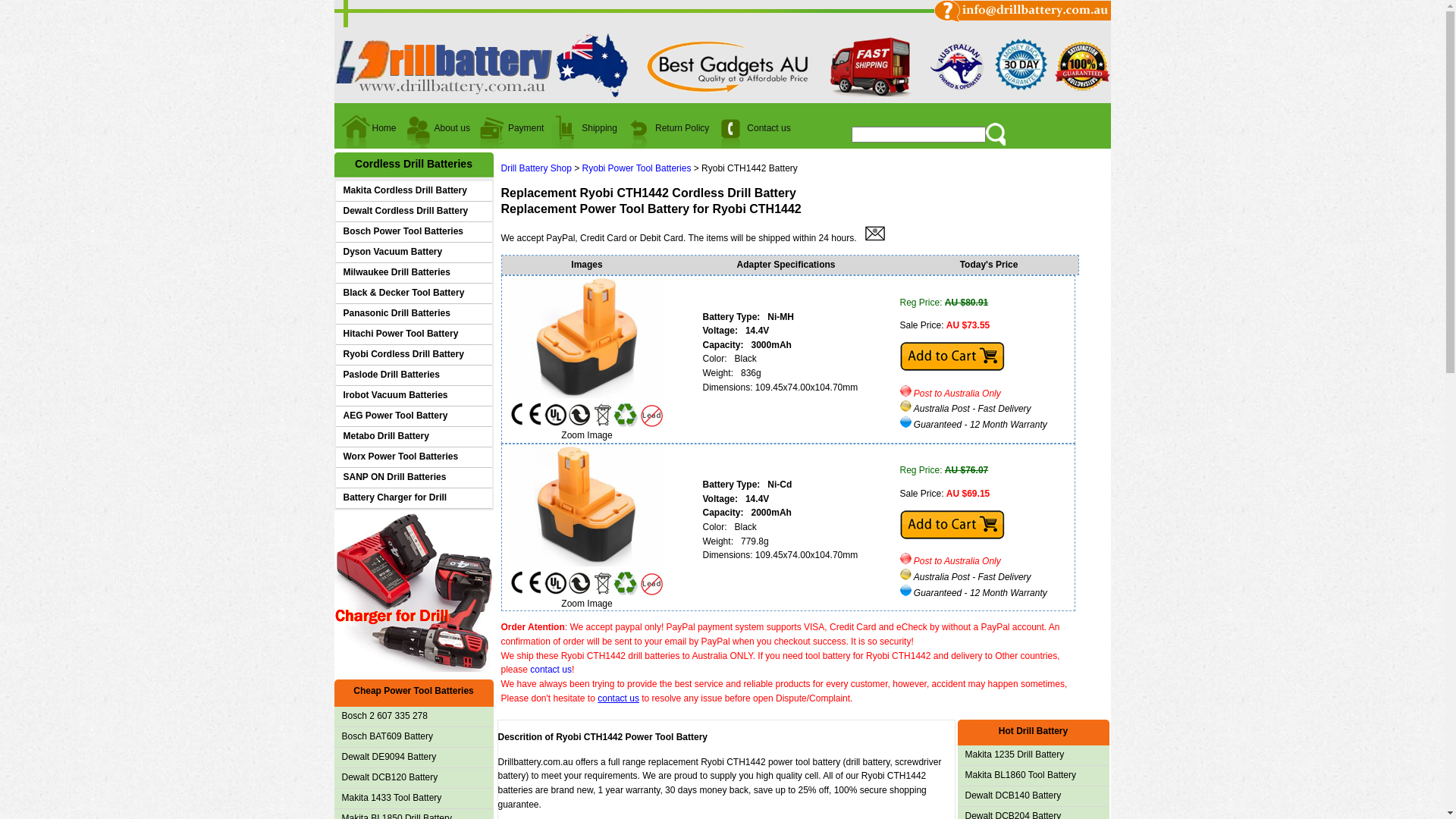 This screenshot has width=1456, height=819. What do you see at coordinates (535, 168) in the screenshot?
I see `'Drill Battery Shop'` at bounding box center [535, 168].